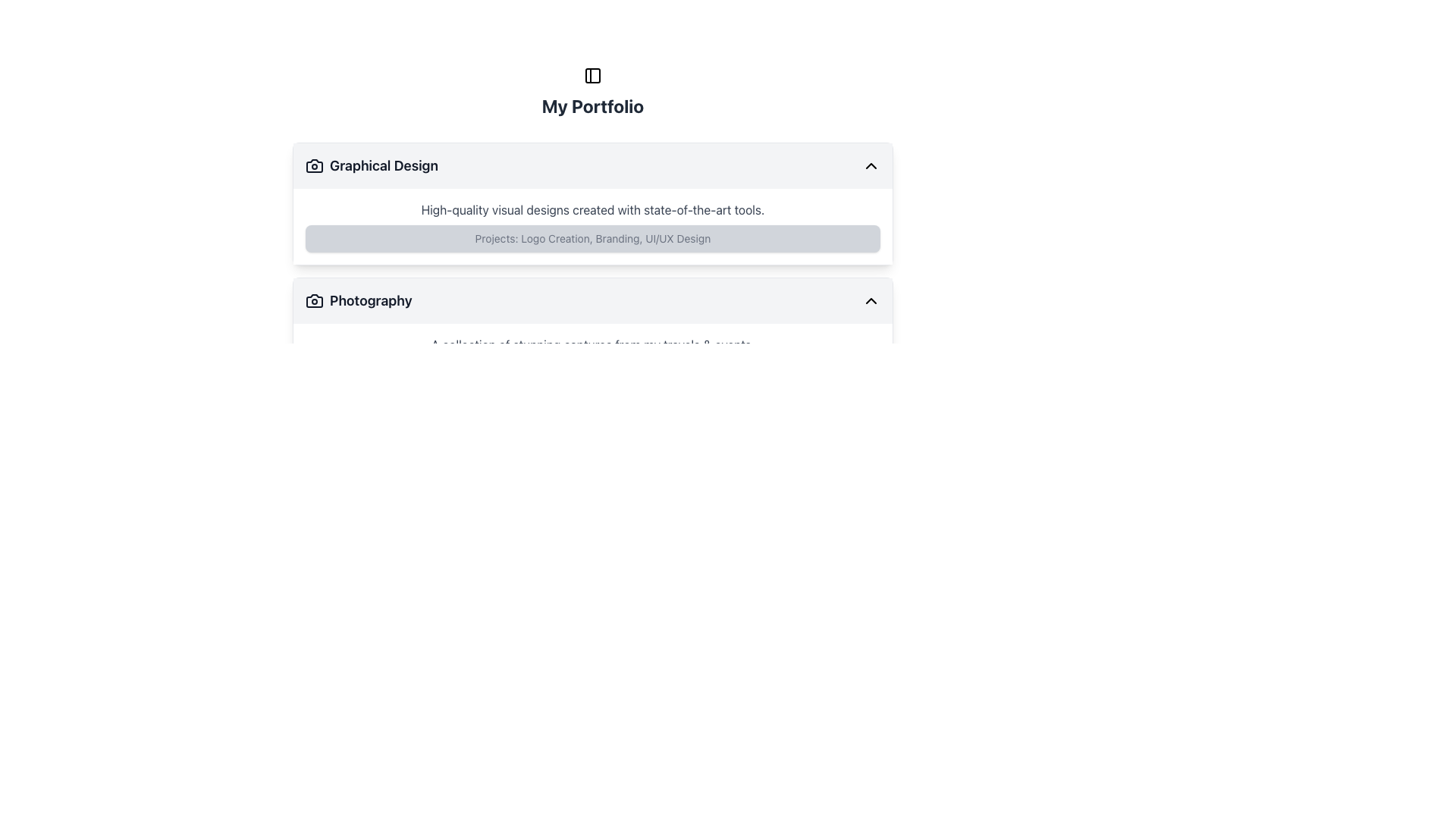  What do you see at coordinates (592, 210) in the screenshot?
I see `and comprehend the descriptive text label located beneath the heading 'Graphical Design' in the UI, which provides information about the quality and tools used in visual design projects` at bounding box center [592, 210].